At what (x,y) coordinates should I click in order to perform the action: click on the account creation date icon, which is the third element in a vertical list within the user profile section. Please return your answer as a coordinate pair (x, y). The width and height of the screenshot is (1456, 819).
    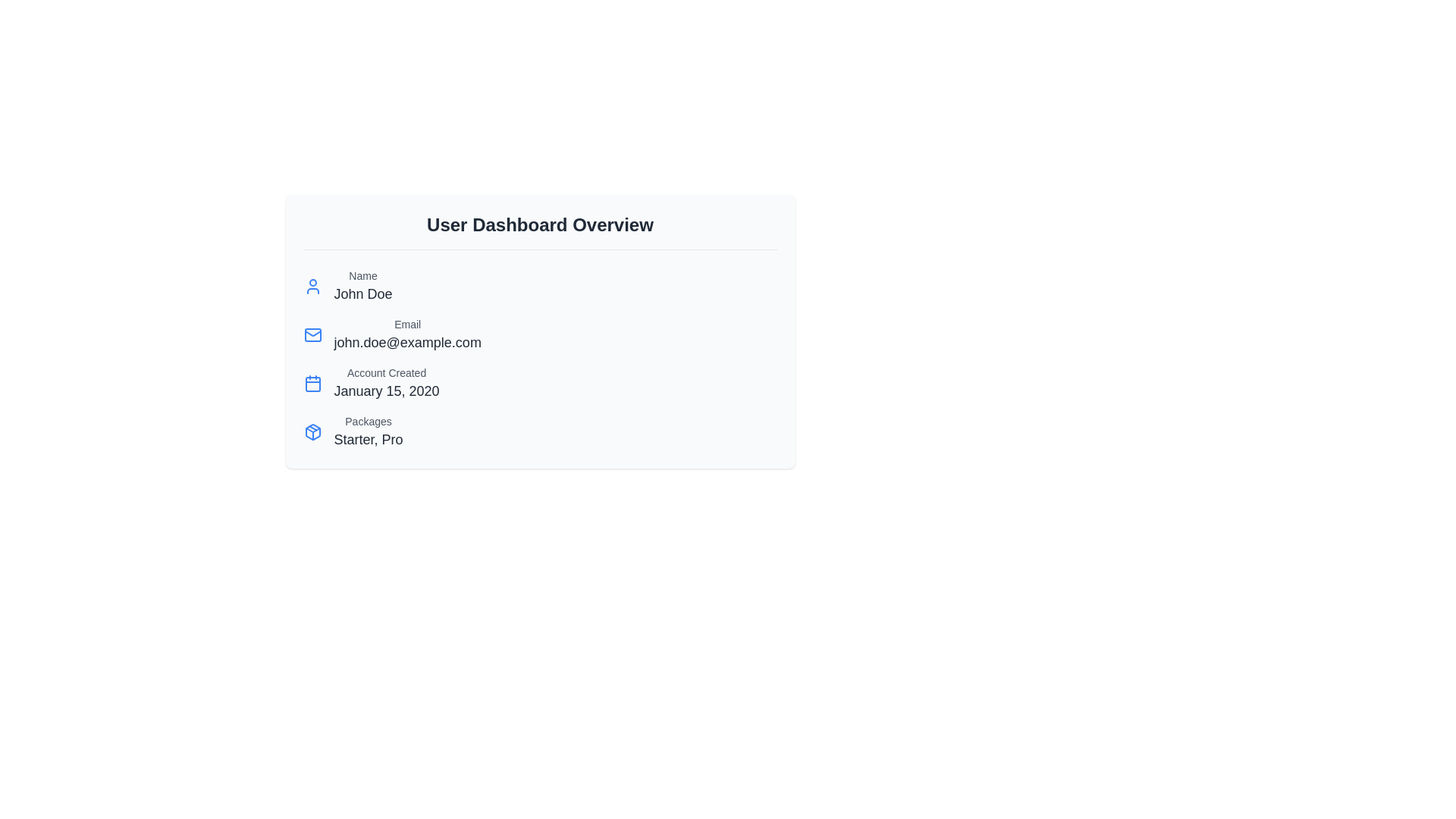
    Looking at the image, I should click on (312, 382).